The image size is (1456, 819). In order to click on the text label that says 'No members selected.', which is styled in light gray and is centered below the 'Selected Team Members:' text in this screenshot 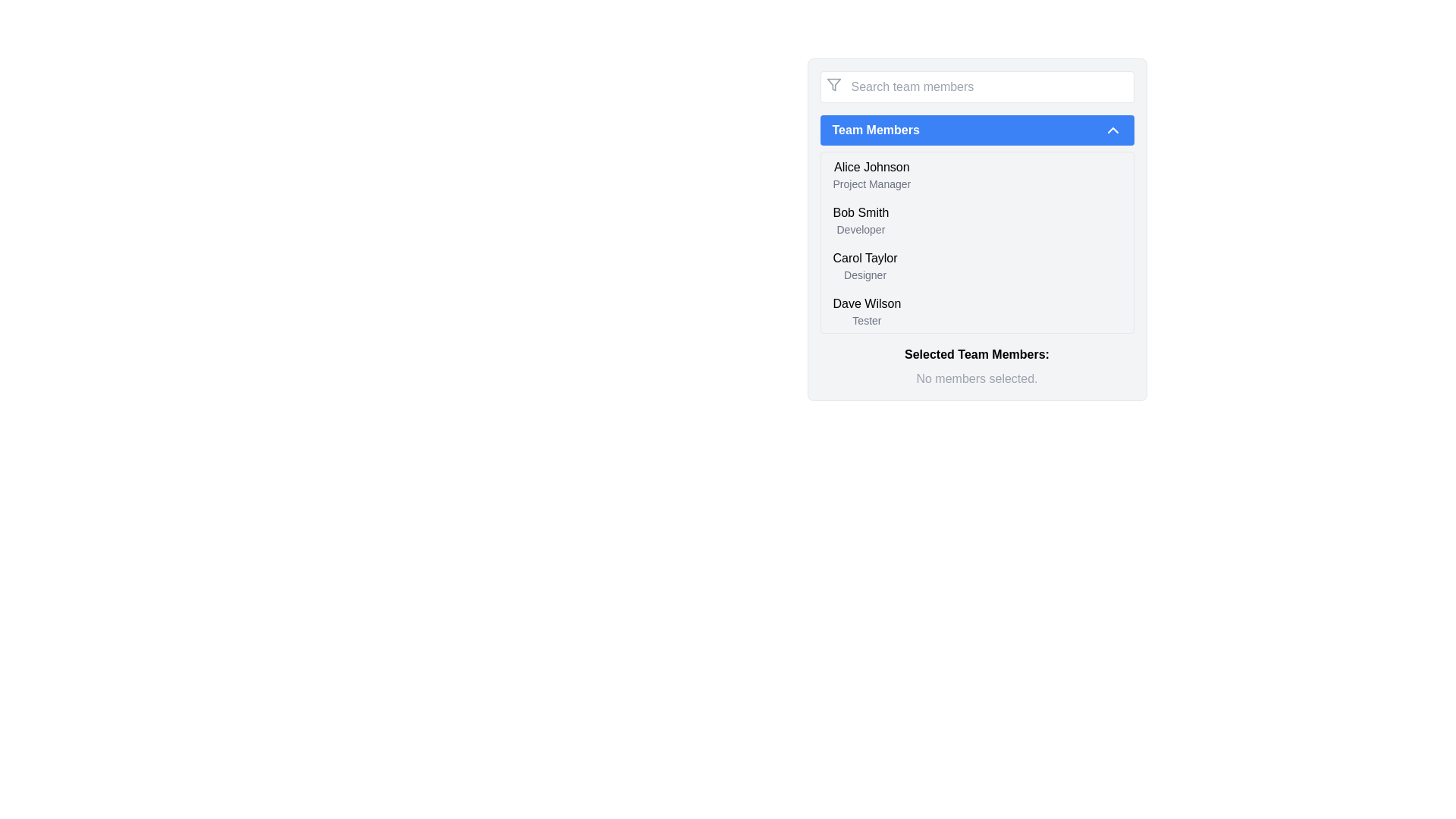, I will do `click(977, 378)`.